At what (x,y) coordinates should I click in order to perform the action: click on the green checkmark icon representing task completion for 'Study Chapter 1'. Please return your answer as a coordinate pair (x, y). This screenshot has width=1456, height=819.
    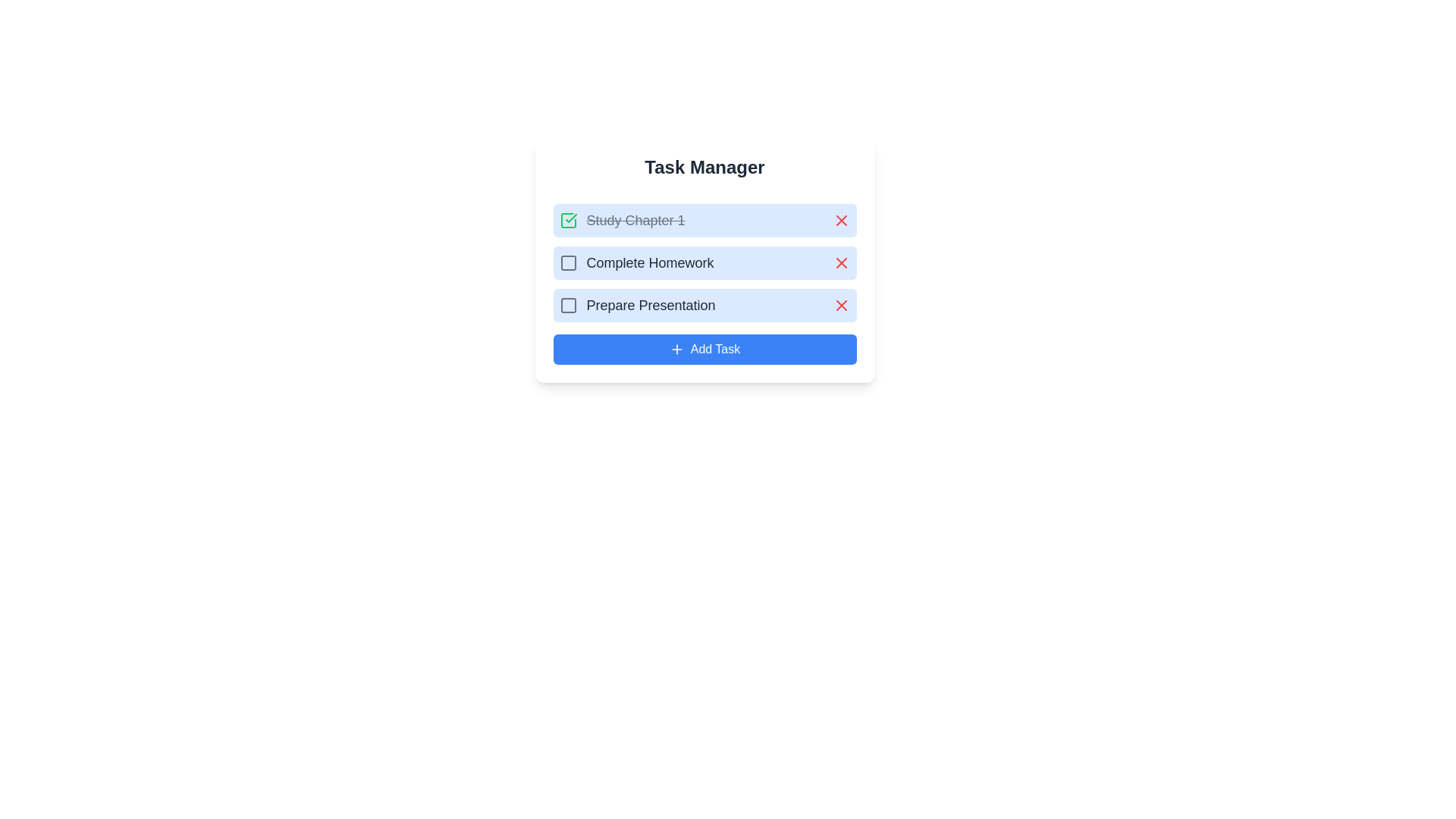
    Looking at the image, I should click on (570, 218).